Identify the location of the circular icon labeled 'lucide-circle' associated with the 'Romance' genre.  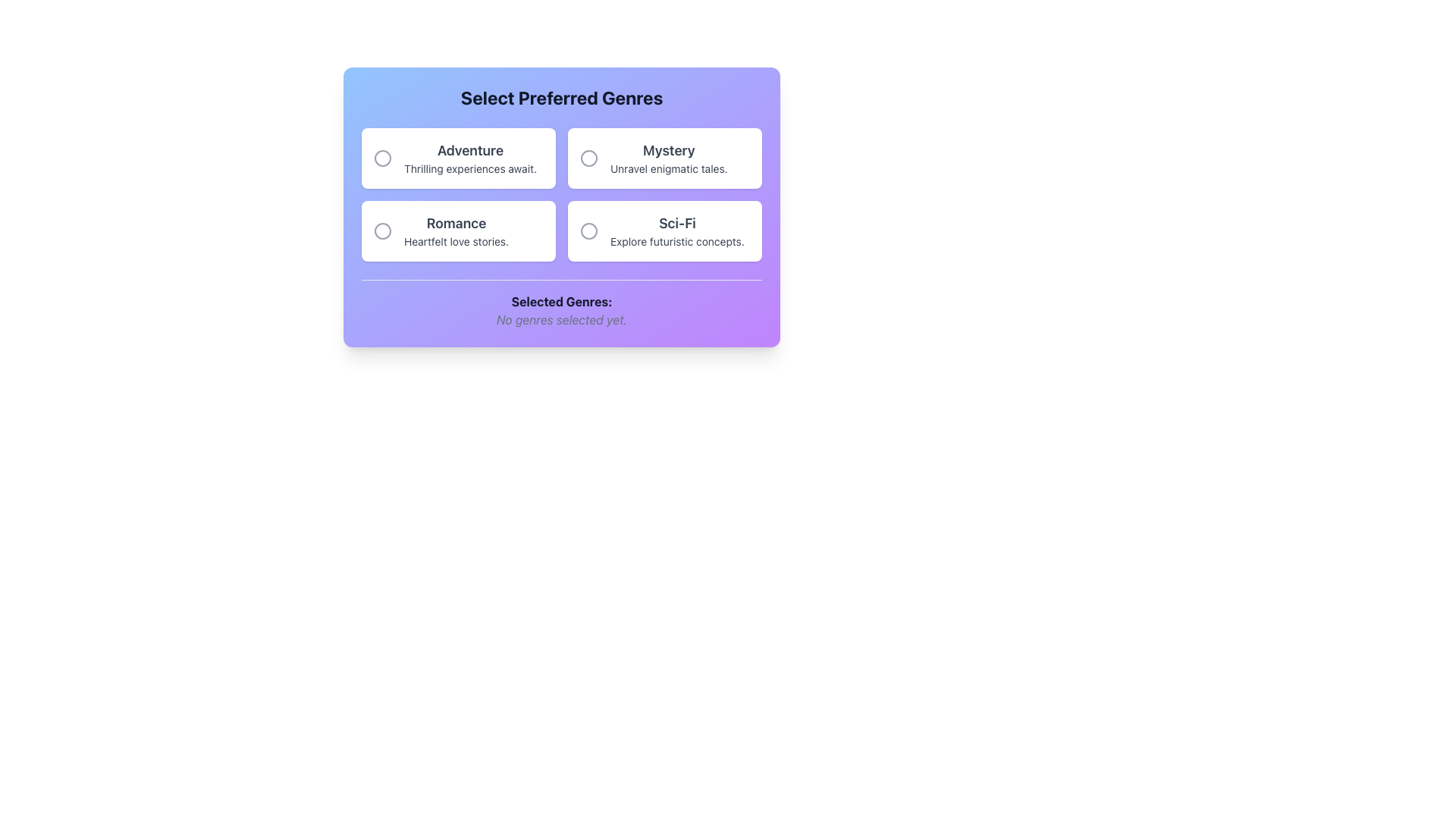
(382, 231).